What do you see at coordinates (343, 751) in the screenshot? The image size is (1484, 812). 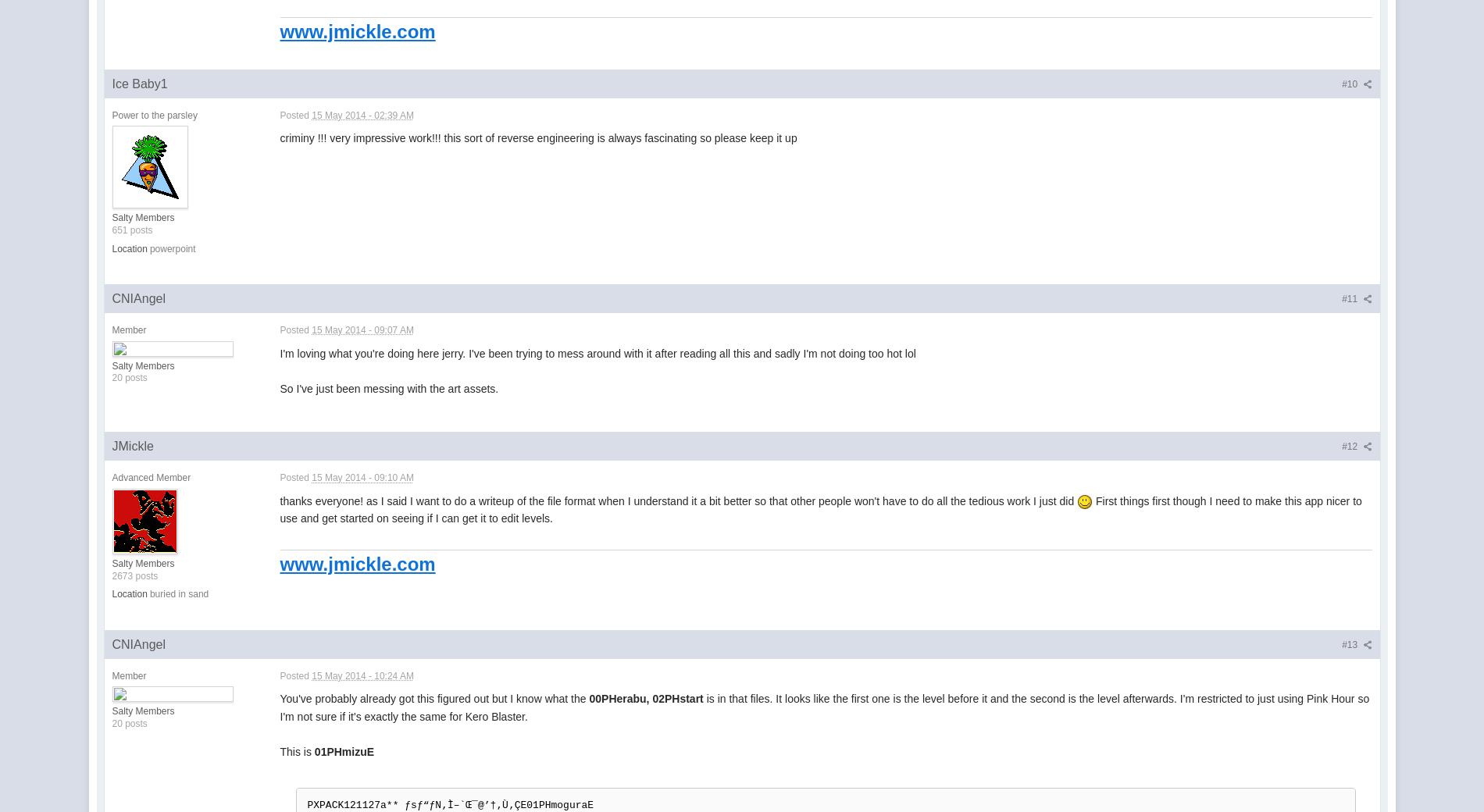 I see `'01PHmizuE'` at bounding box center [343, 751].